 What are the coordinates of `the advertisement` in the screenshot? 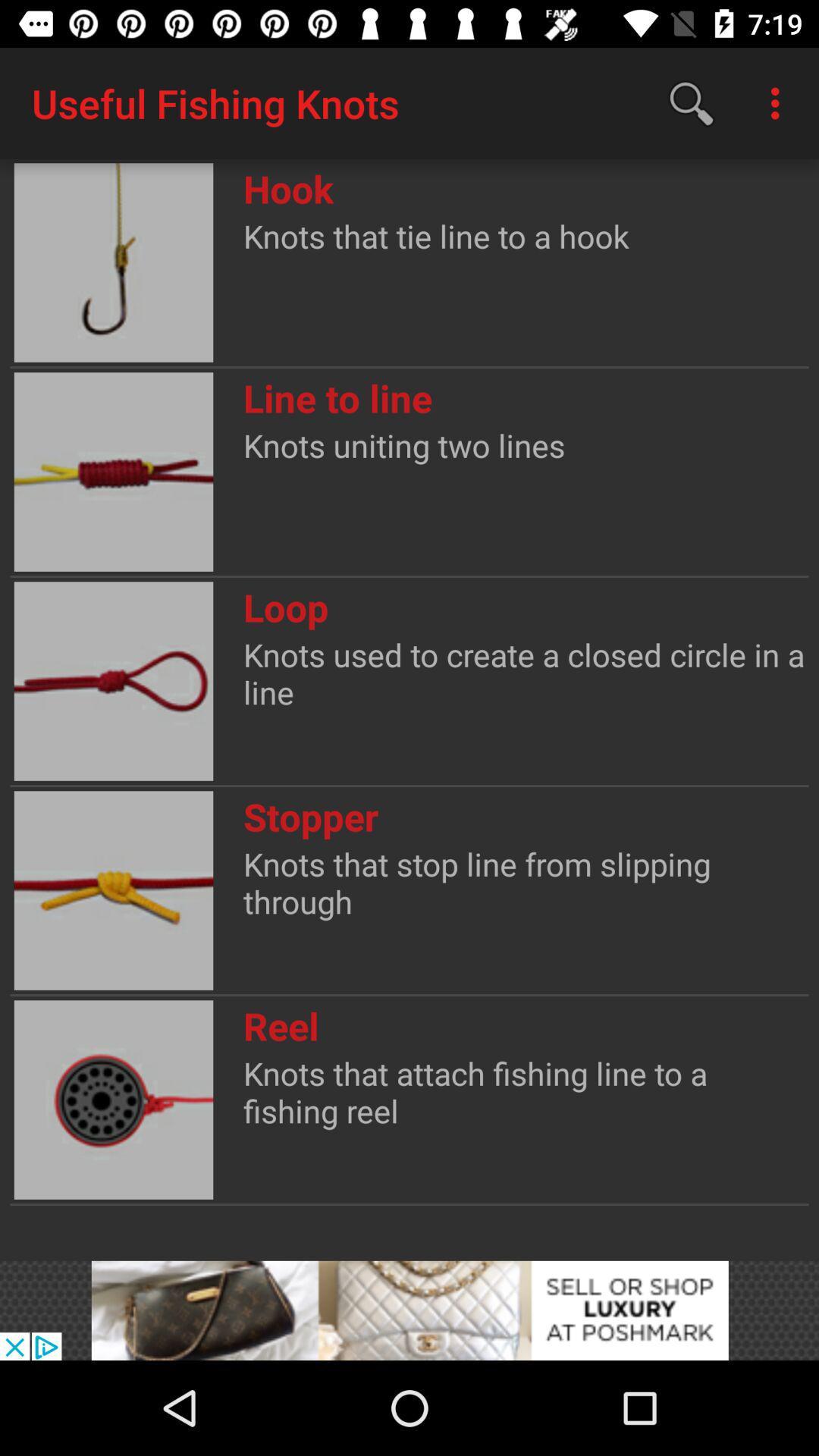 It's located at (409, 1310).